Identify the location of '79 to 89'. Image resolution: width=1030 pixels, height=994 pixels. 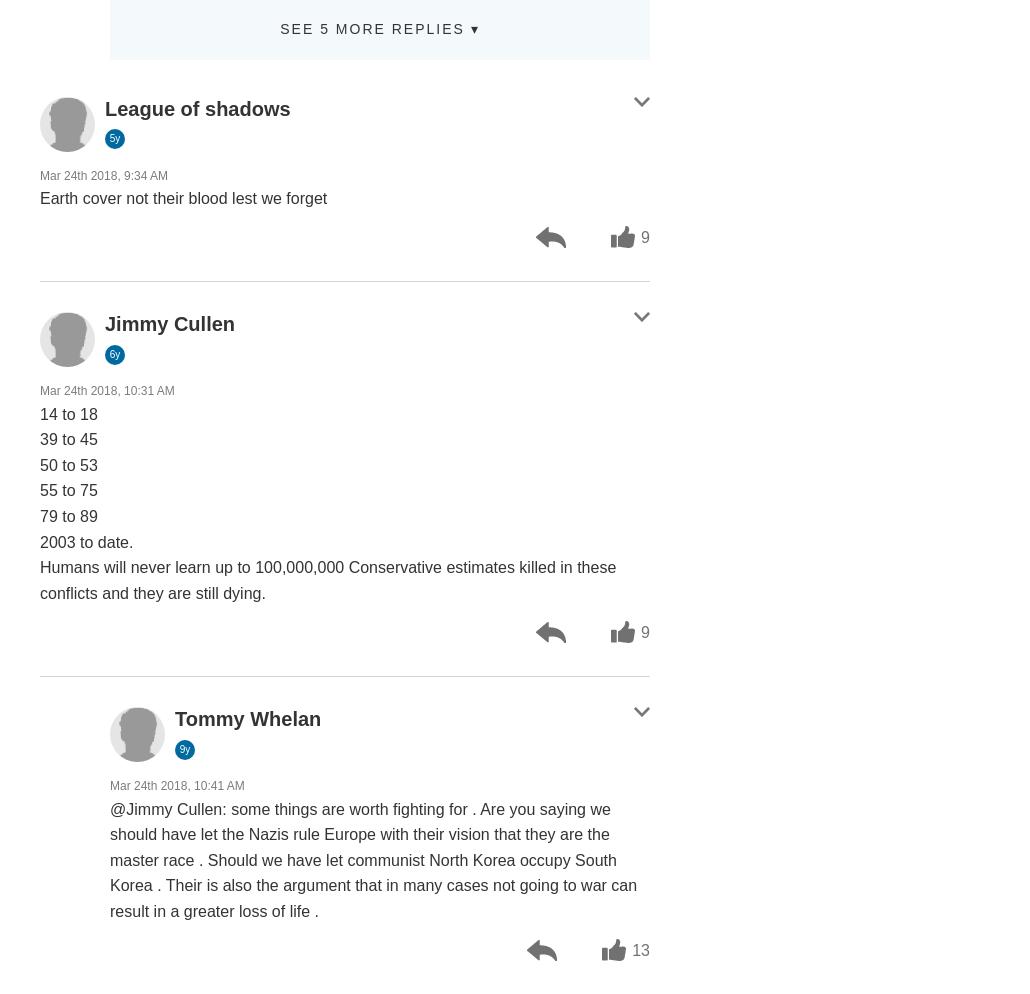
(68, 515).